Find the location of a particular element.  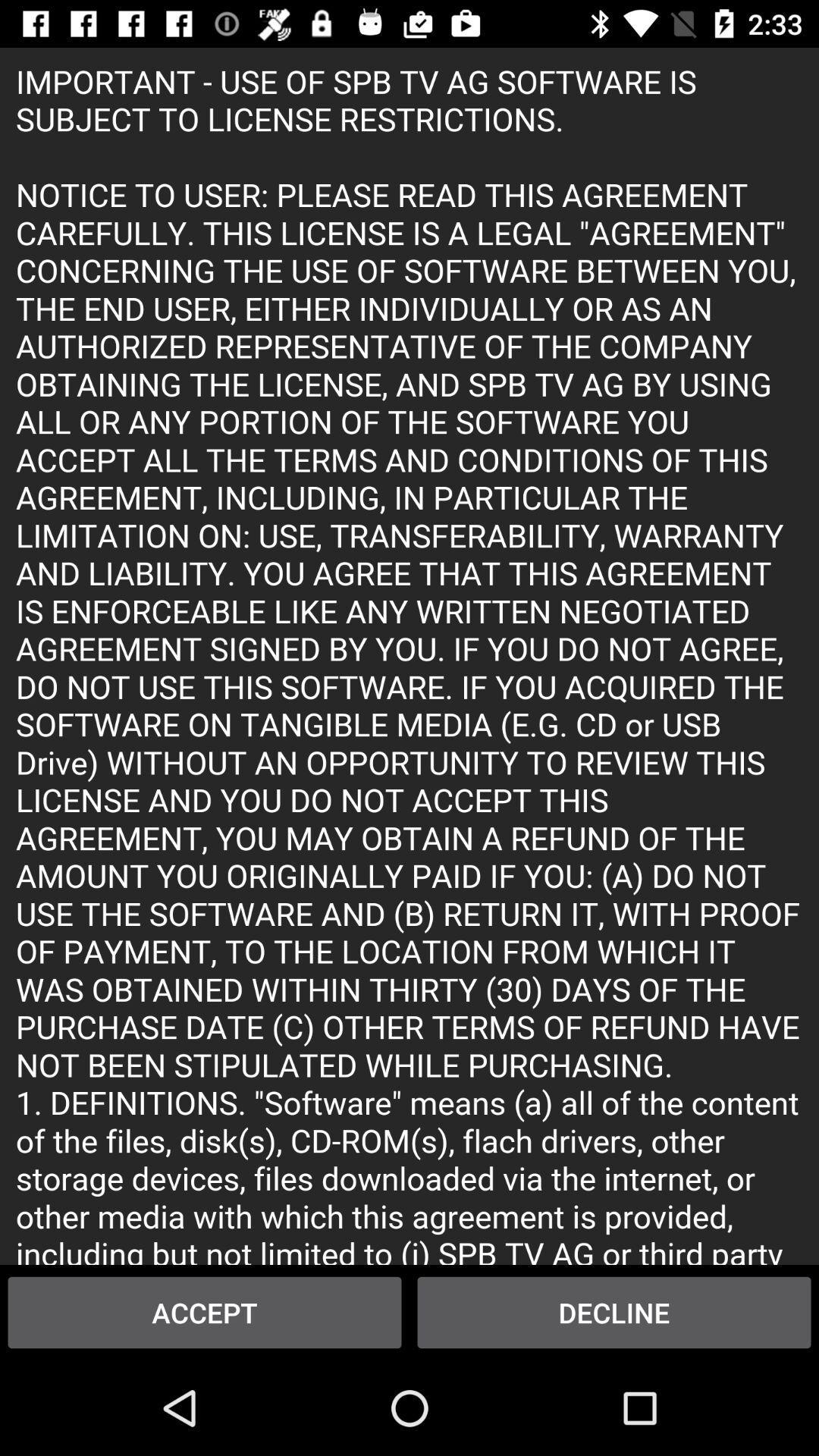

item next to accept is located at coordinates (614, 1312).